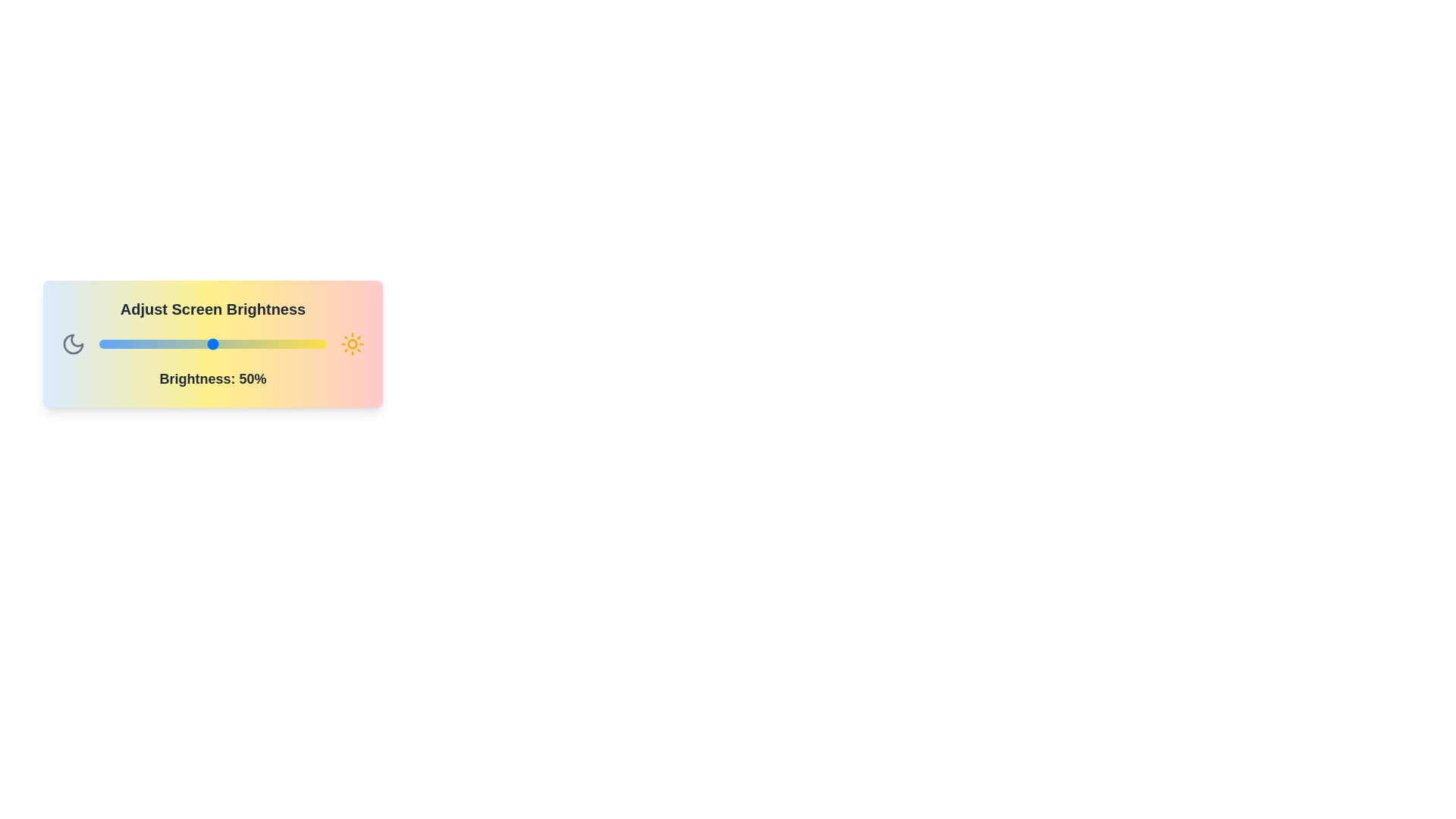 Image resolution: width=1456 pixels, height=819 pixels. What do you see at coordinates (72, 344) in the screenshot?
I see `the moon icon to toggle the brightness mode` at bounding box center [72, 344].